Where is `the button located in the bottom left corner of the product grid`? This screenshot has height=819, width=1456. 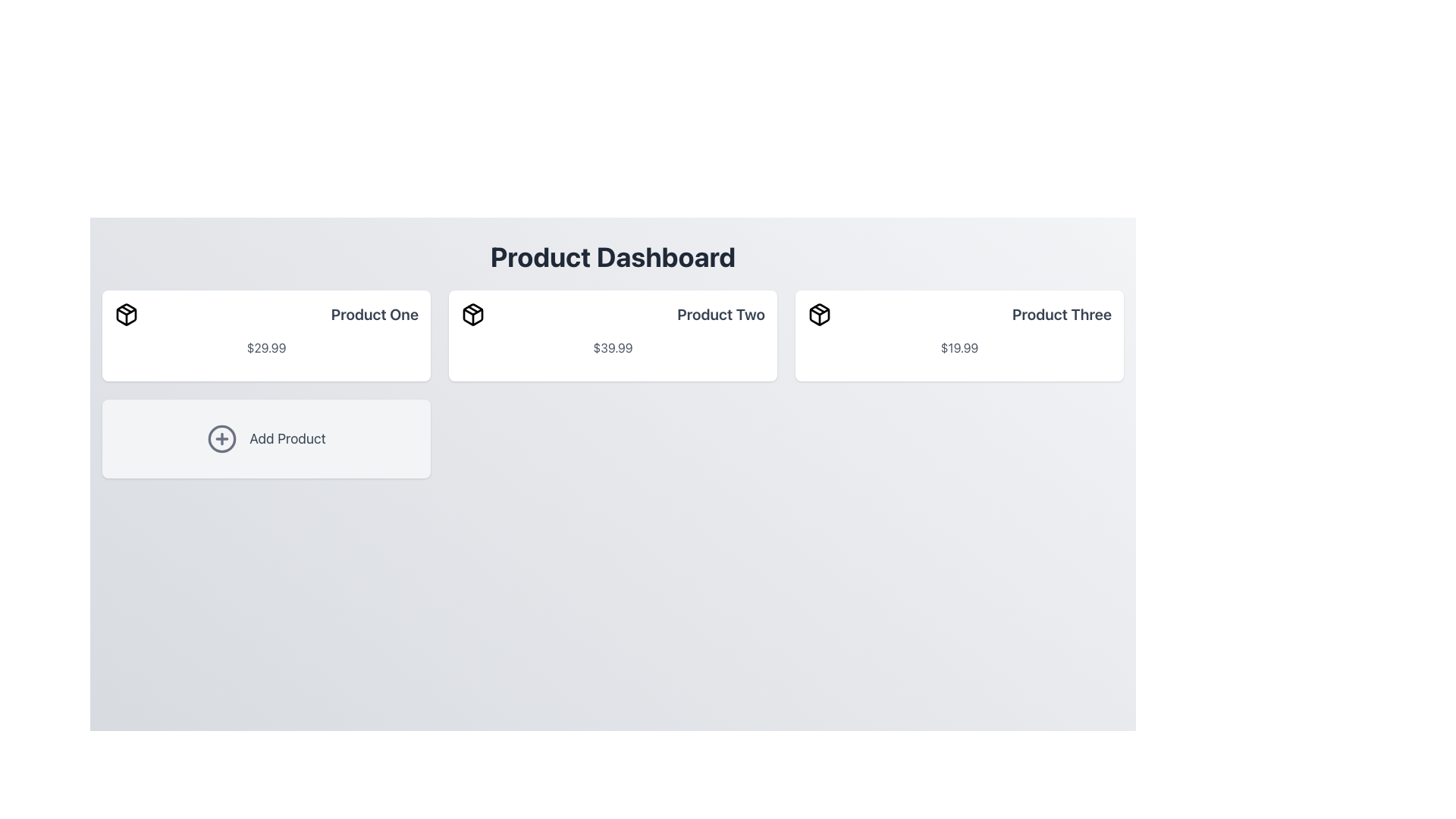
the button located in the bottom left corner of the product grid is located at coordinates (266, 438).